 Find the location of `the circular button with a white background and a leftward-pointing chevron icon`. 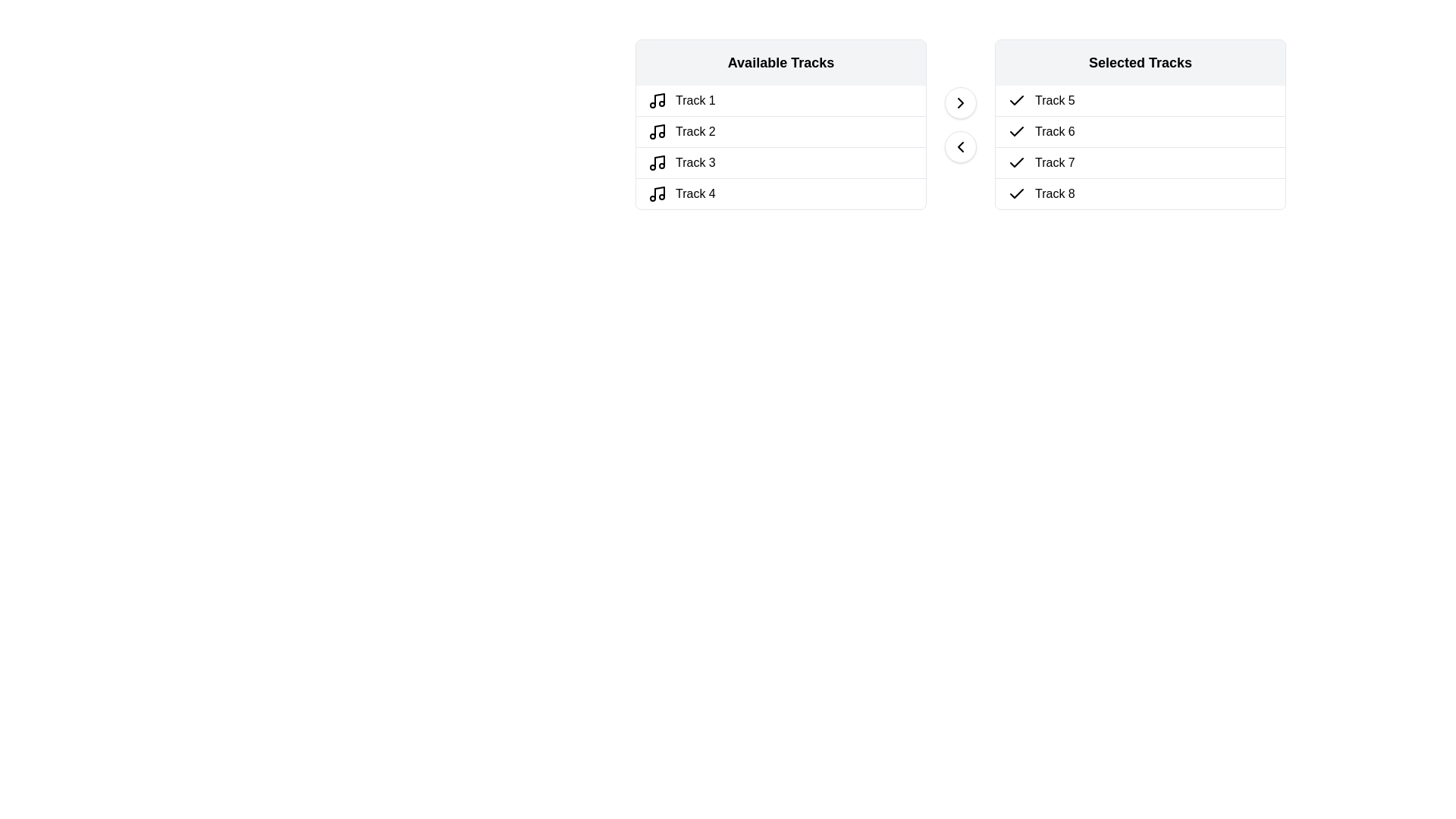

the circular button with a white background and a leftward-pointing chevron icon is located at coordinates (960, 146).